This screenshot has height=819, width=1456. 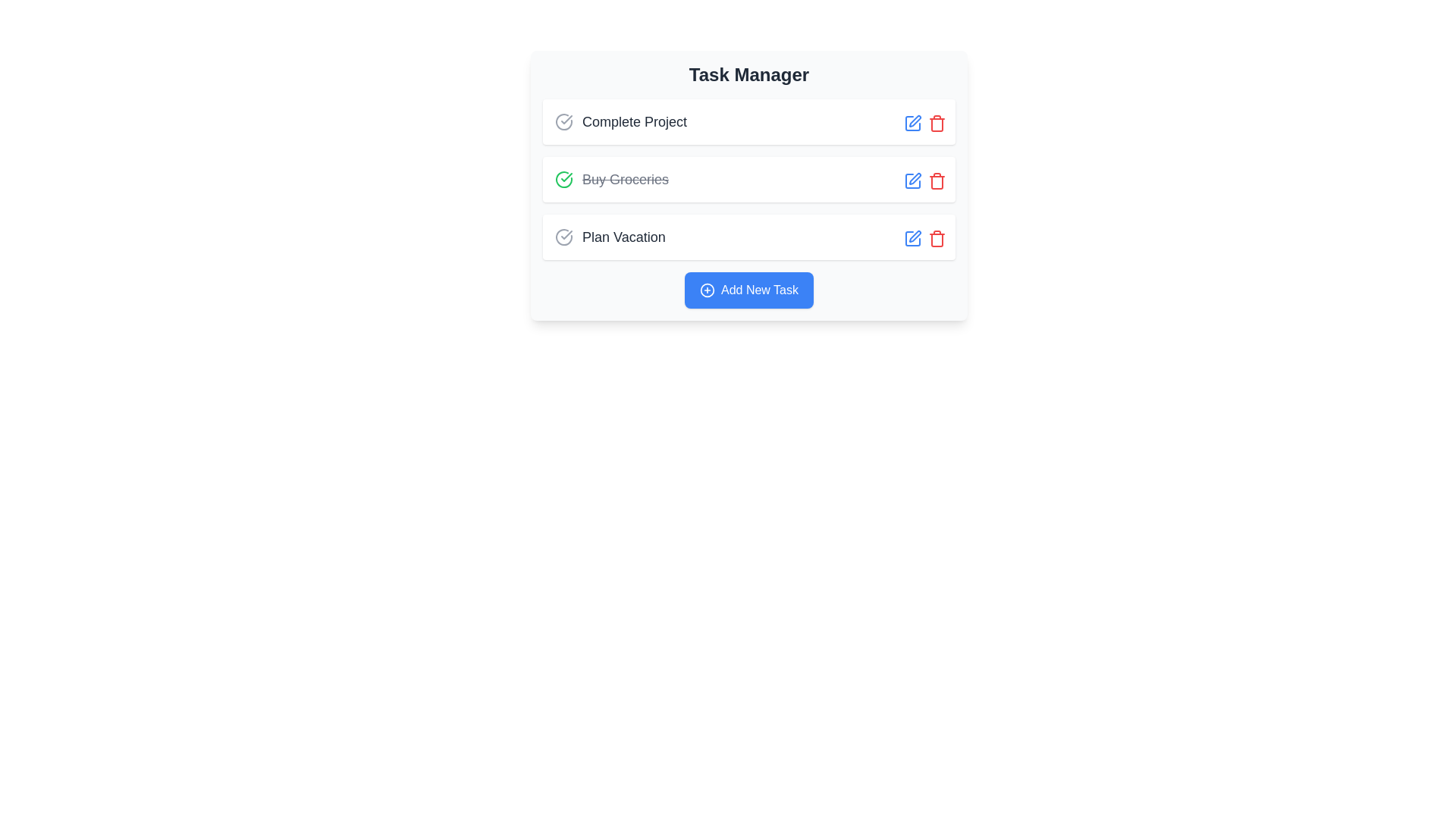 What do you see at coordinates (566, 177) in the screenshot?
I see `the green checkmark icon representing the completion of the 'Buy Groceries' task in the task list` at bounding box center [566, 177].